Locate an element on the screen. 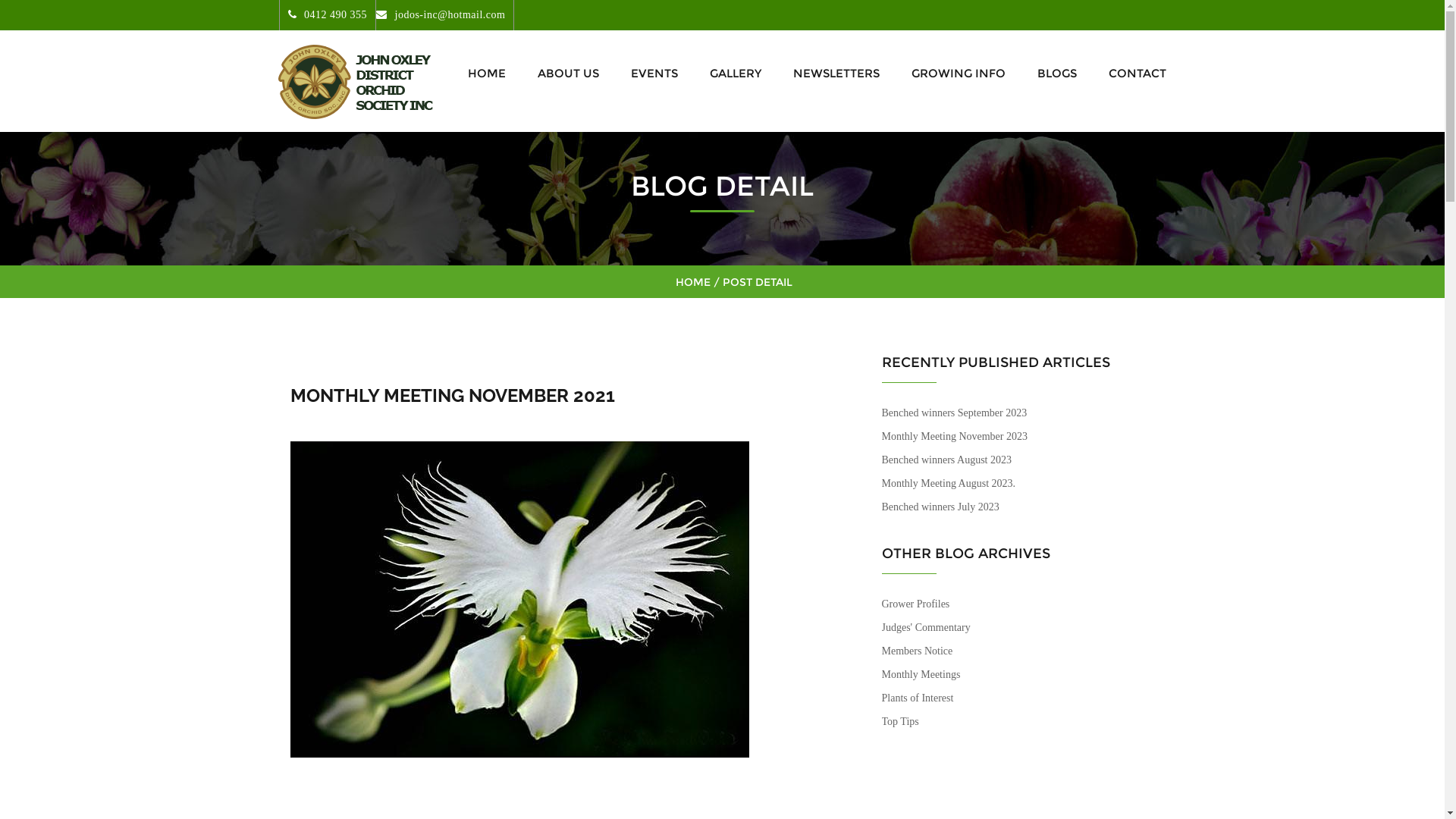 The width and height of the screenshot is (1456, 819). 'Benched winners August 2023' is located at coordinates (945, 459).